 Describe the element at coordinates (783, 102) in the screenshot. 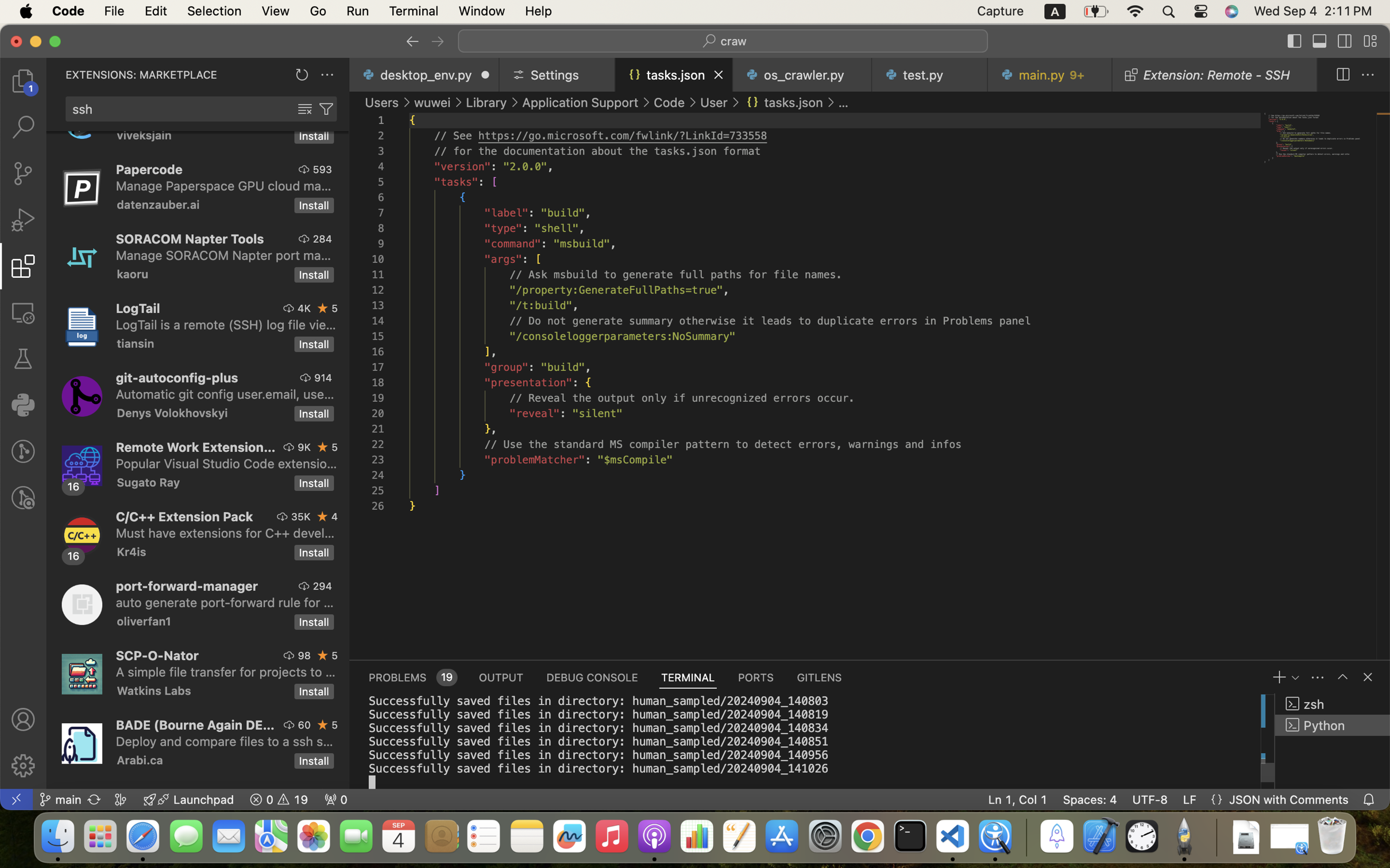

I see `'tasks.json '` at that location.